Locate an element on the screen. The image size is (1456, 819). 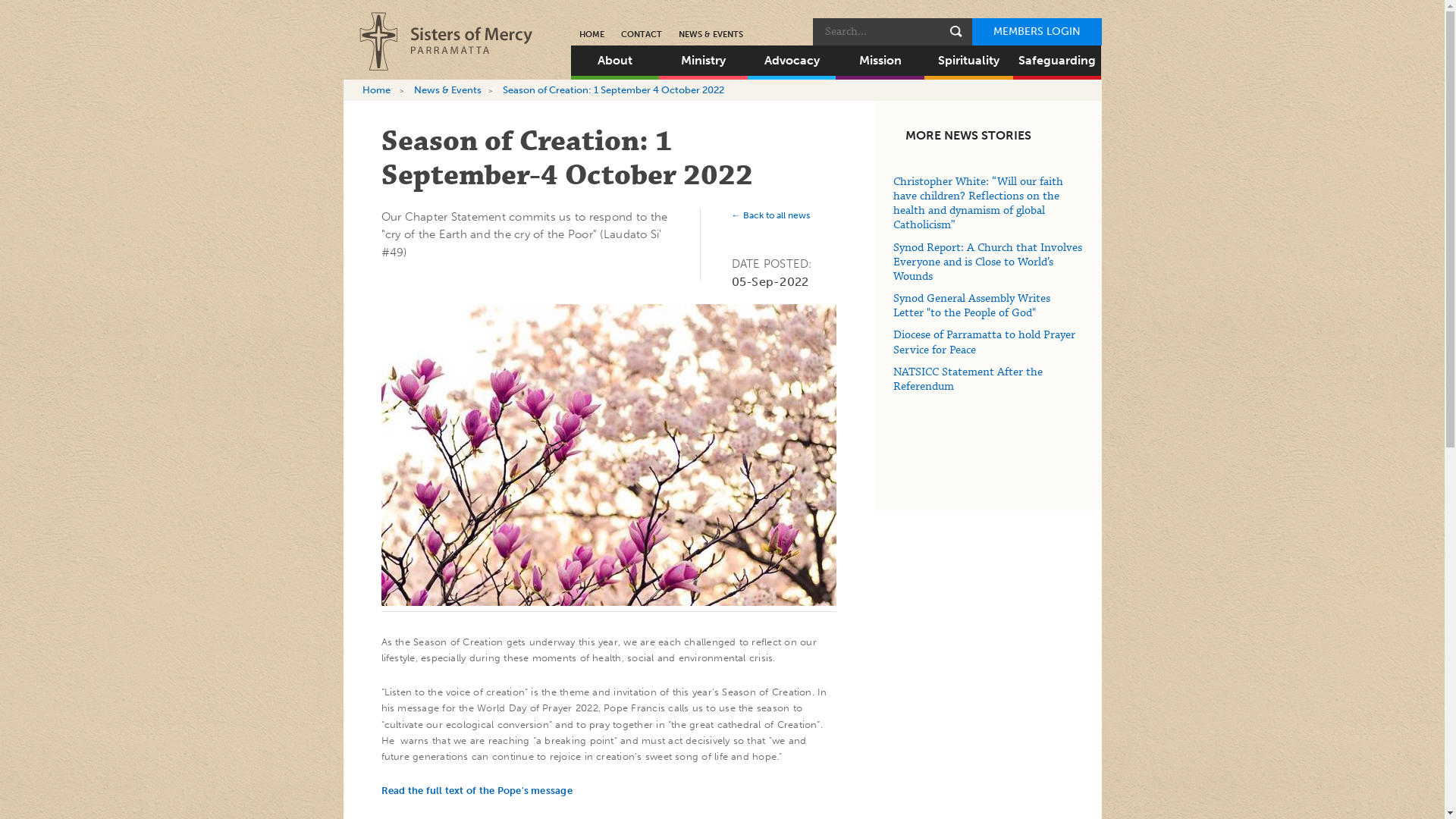
'Read the full text of the Pope's message' is located at coordinates (475, 789).